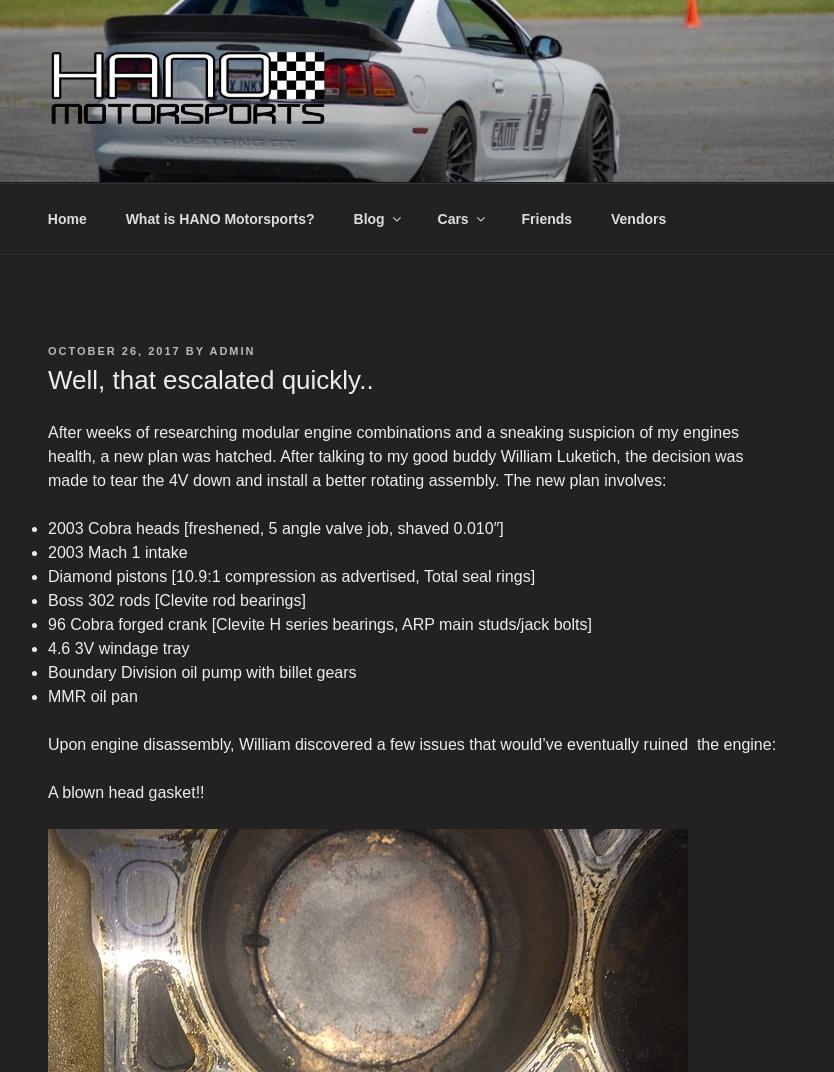 This screenshot has height=1072, width=834. I want to click on 'Boundary Division oil pump with billet gears', so click(201, 671).